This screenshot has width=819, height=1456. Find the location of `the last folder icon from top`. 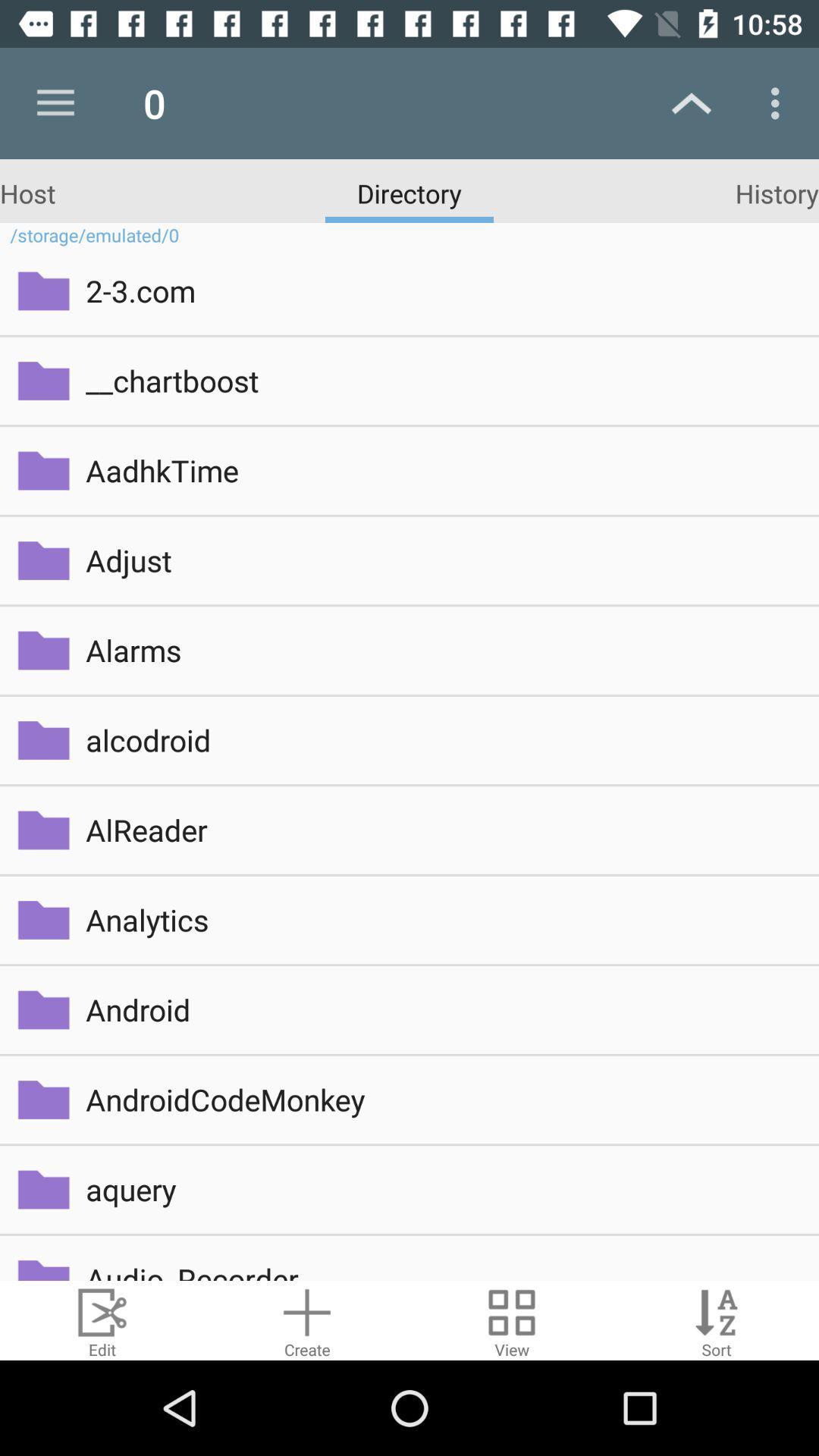

the last folder icon from top is located at coordinates (42, 1264).